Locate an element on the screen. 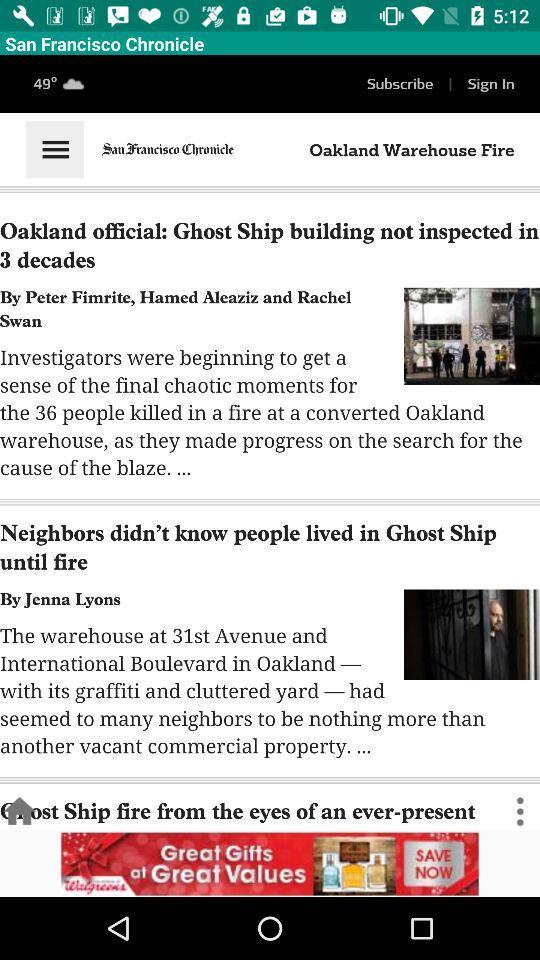 The image size is (540, 960). enlarge the page is located at coordinates (270, 443).